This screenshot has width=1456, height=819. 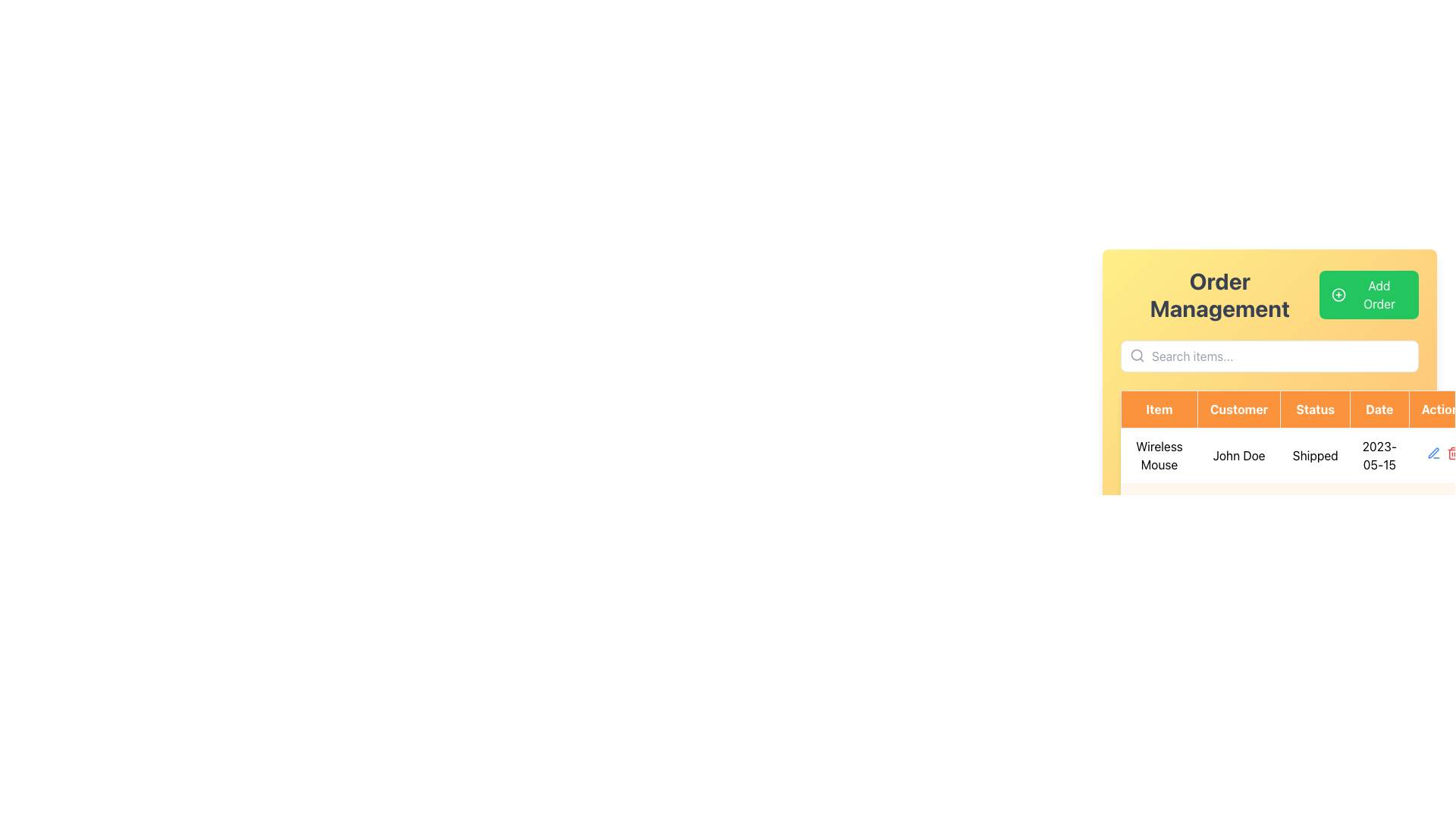 What do you see at coordinates (1158, 409) in the screenshot?
I see `the header element that labels the 'Item' column in the table, located at the top-left corner of the table` at bounding box center [1158, 409].